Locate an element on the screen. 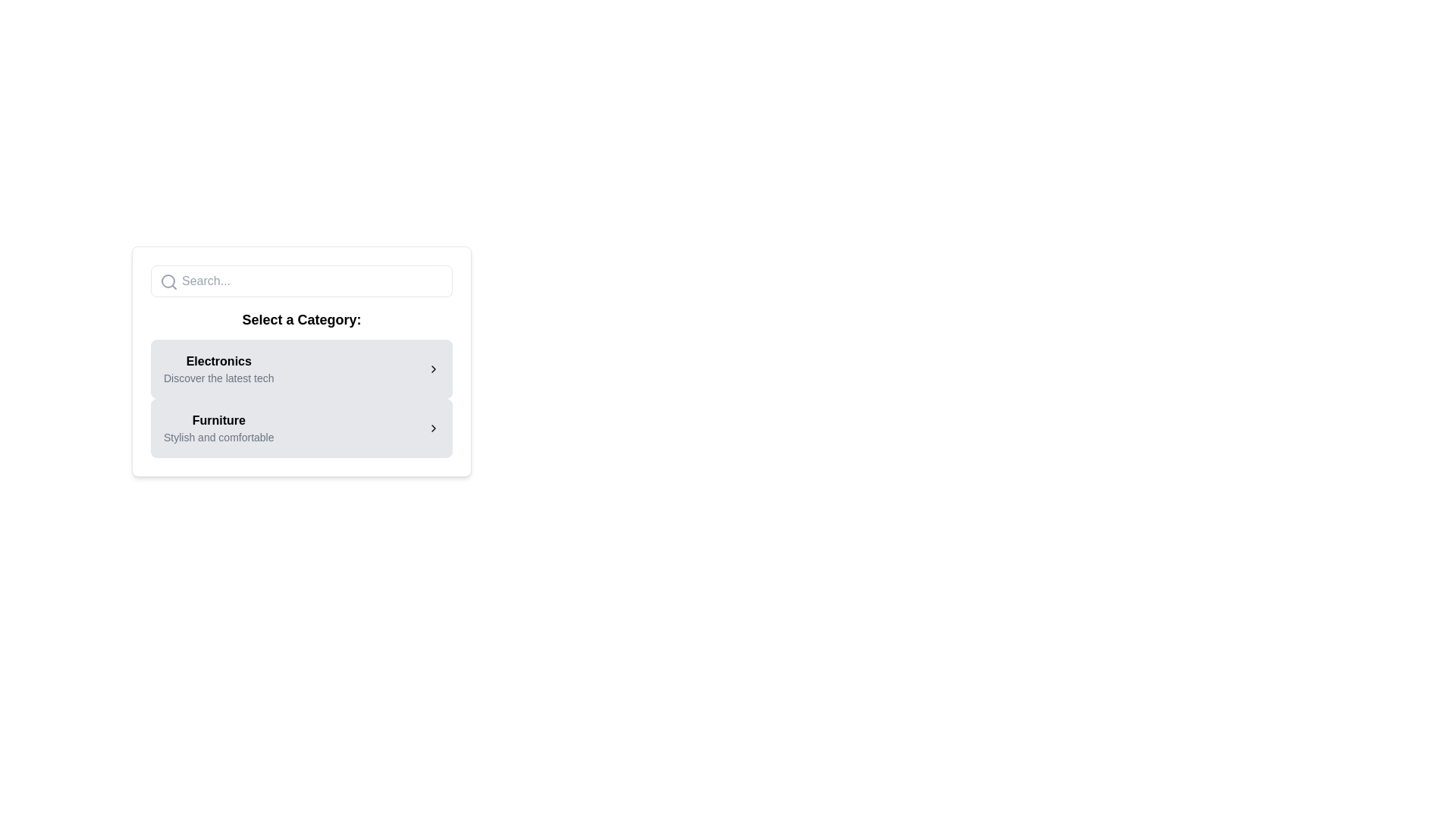  the search icon, which is a magnifying glass located in the top-left corner of the search bar, to initiate a search action is located at coordinates (168, 281).